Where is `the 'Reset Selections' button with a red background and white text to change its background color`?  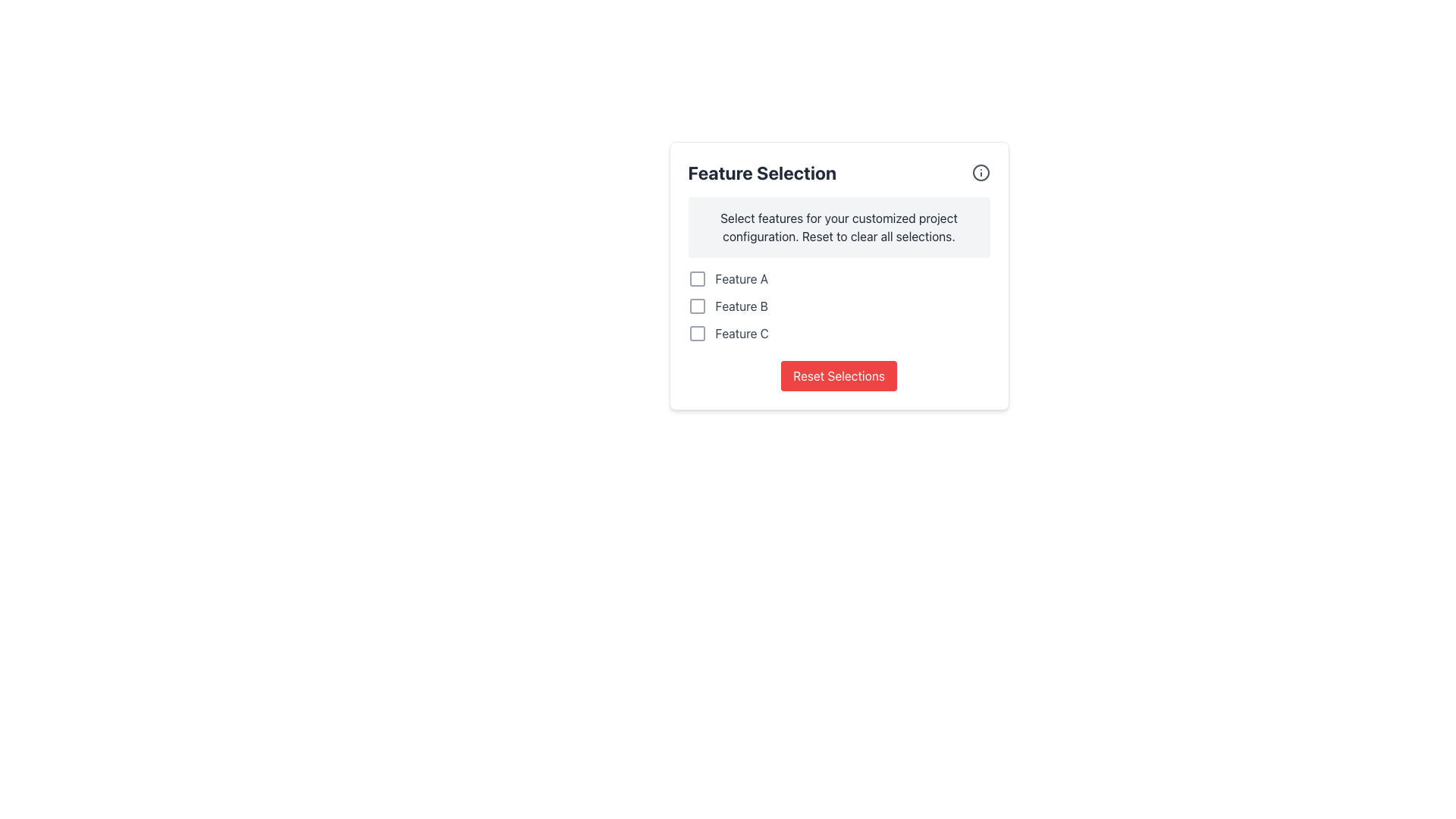 the 'Reset Selections' button with a red background and white text to change its background color is located at coordinates (838, 375).